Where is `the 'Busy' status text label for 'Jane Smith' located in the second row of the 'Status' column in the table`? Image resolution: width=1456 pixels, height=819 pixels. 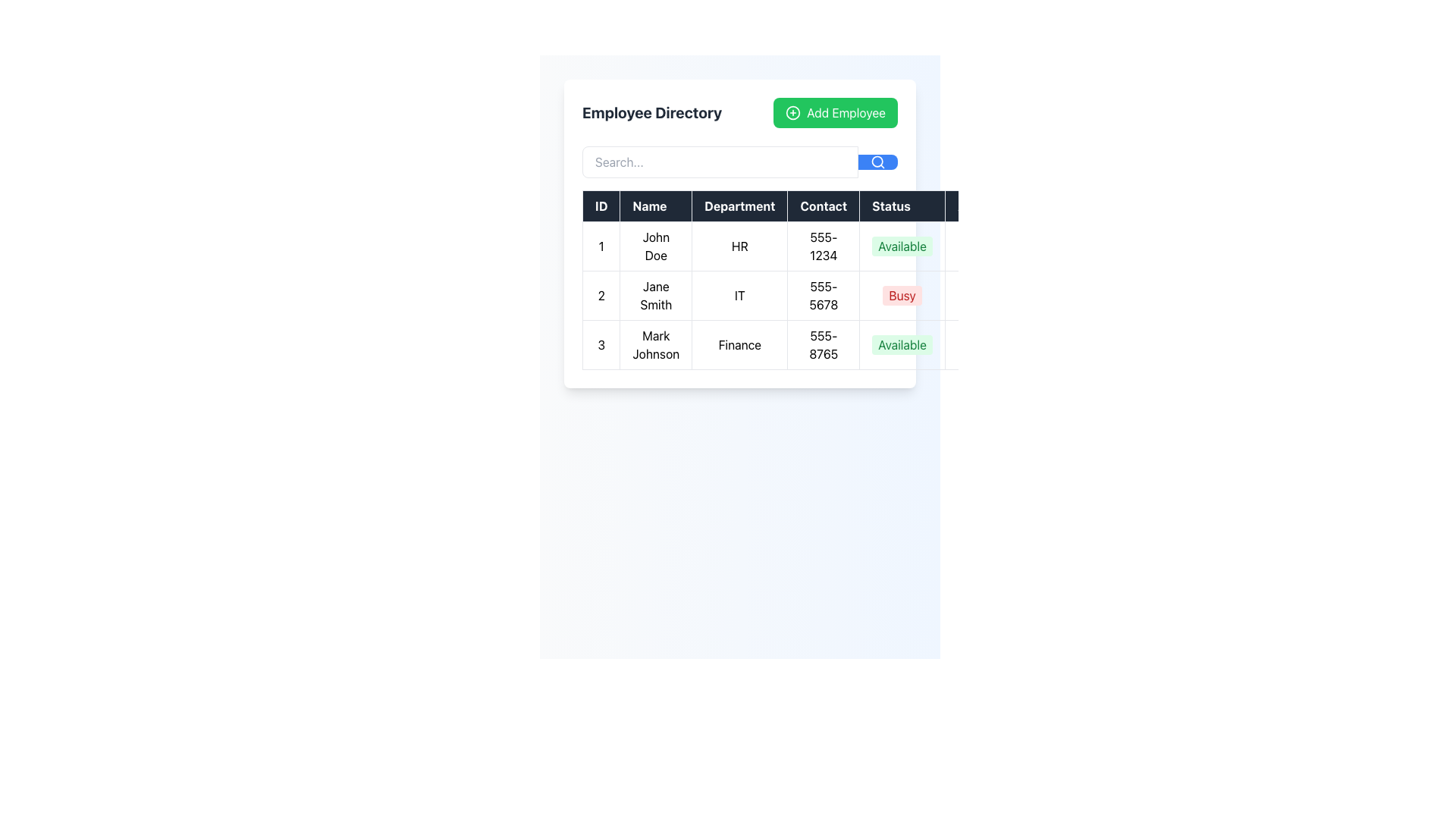
the 'Busy' status text label for 'Jane Smith' located in the second row of the 'Status' column in the table is located at coordinates (902, 295).